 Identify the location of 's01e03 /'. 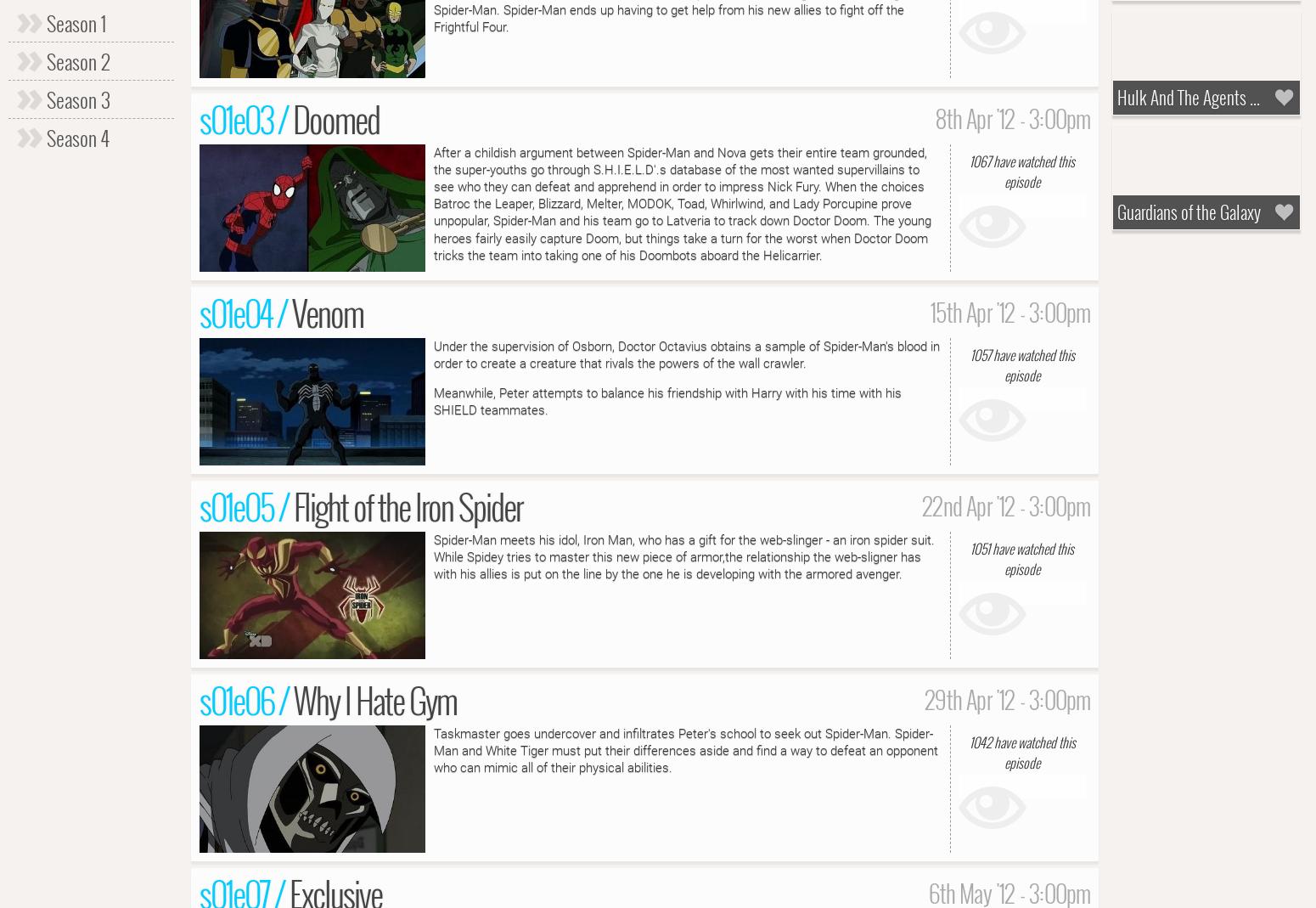
(246, 117).